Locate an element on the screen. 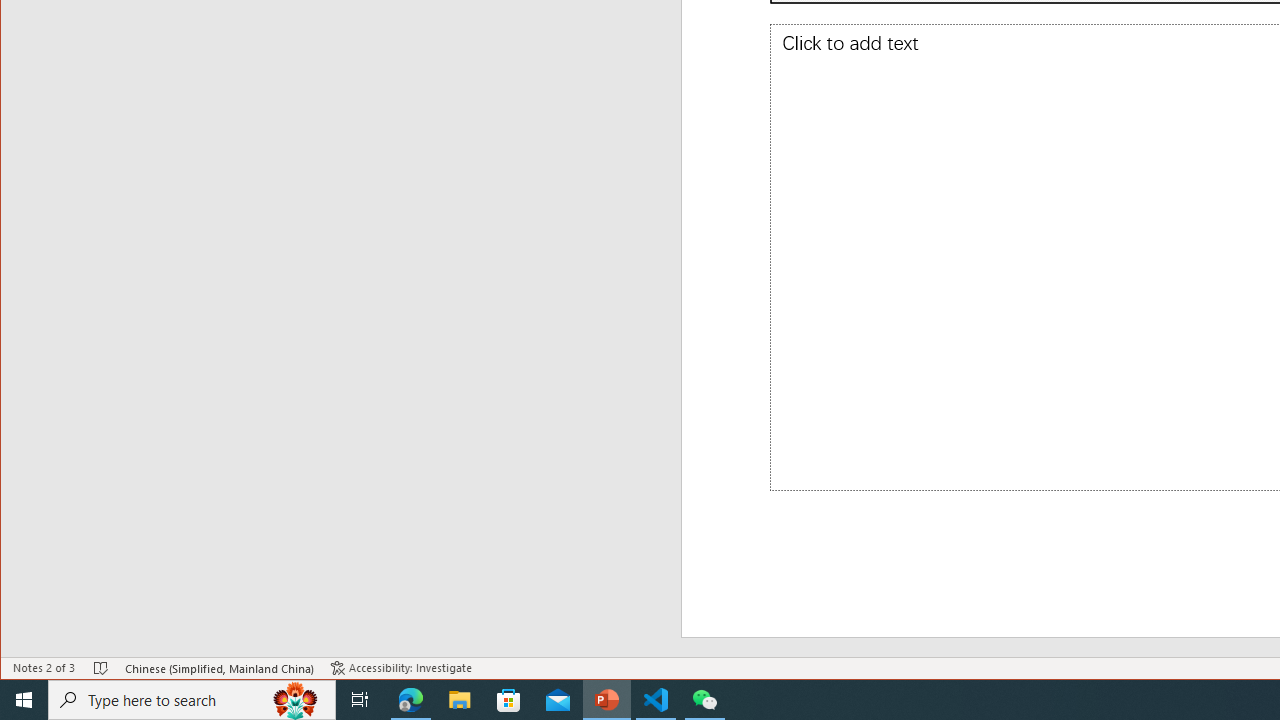 The height and width of the screenshot is (720, 1280). 'Spell Check No Errors' is located at coordinates (100, 668).